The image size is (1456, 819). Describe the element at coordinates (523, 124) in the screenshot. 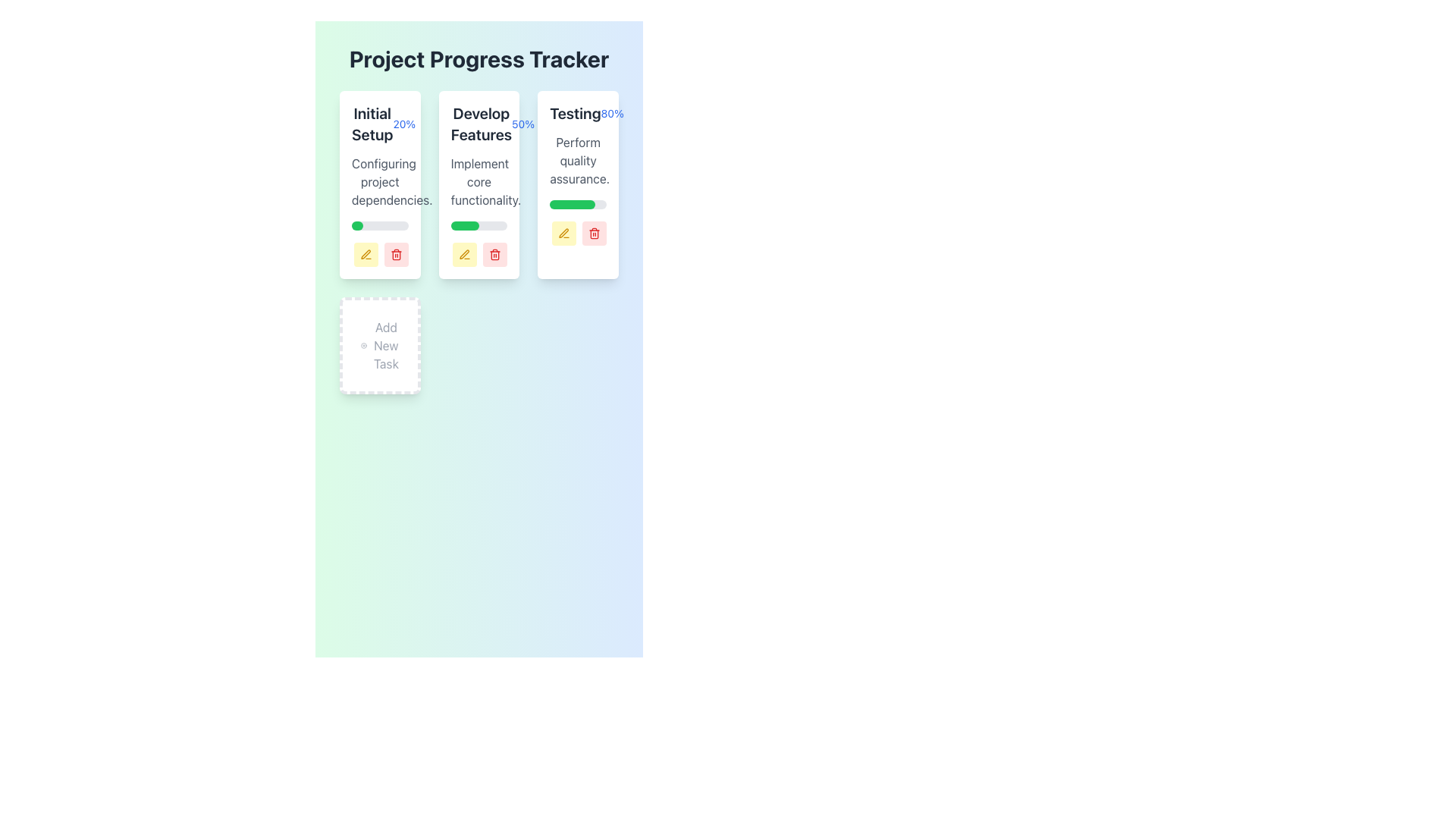

I see `the text label displaying '50%' in blue, which indicates the progress of the 'Develop Features' section, located to the right side of the section title` at that location.